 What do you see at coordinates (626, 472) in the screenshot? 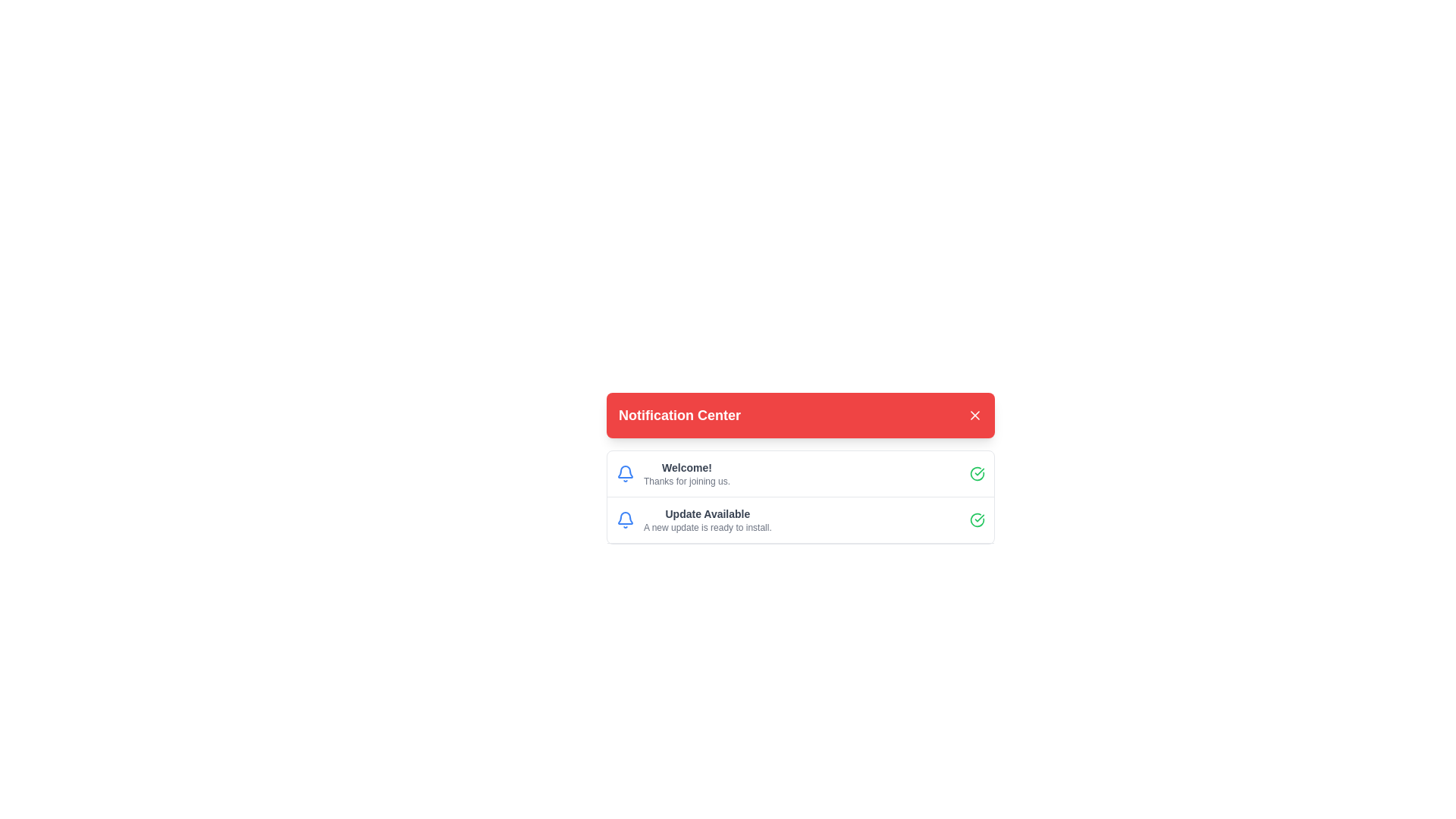
I see `the notification icon located to the left of the text 'Welcome!' and 'Thanks for joining us.'` at bounding box center [626, 472].